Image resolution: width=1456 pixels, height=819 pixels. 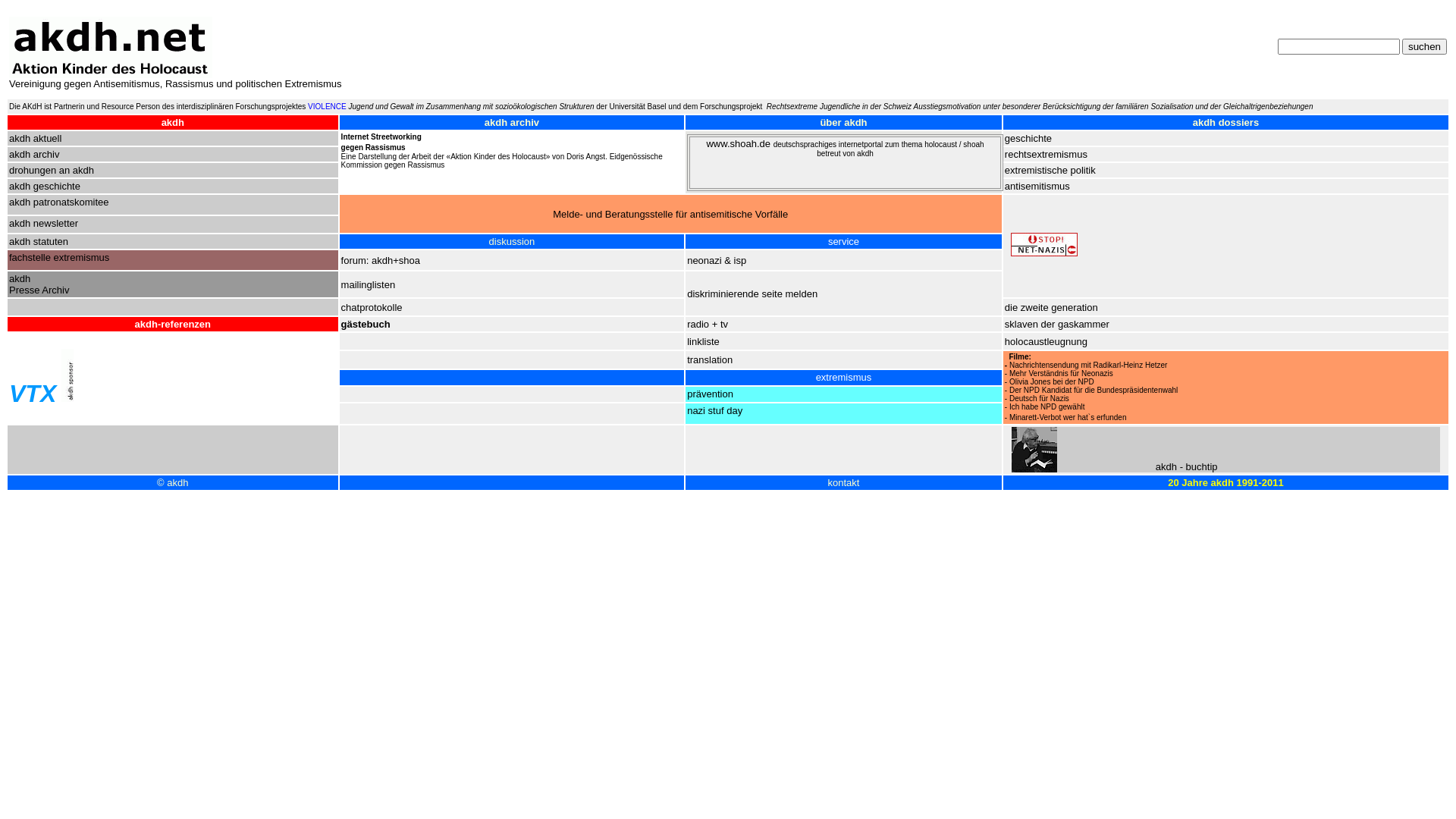 I want to click on 'translation', so click(x=709, y=359).